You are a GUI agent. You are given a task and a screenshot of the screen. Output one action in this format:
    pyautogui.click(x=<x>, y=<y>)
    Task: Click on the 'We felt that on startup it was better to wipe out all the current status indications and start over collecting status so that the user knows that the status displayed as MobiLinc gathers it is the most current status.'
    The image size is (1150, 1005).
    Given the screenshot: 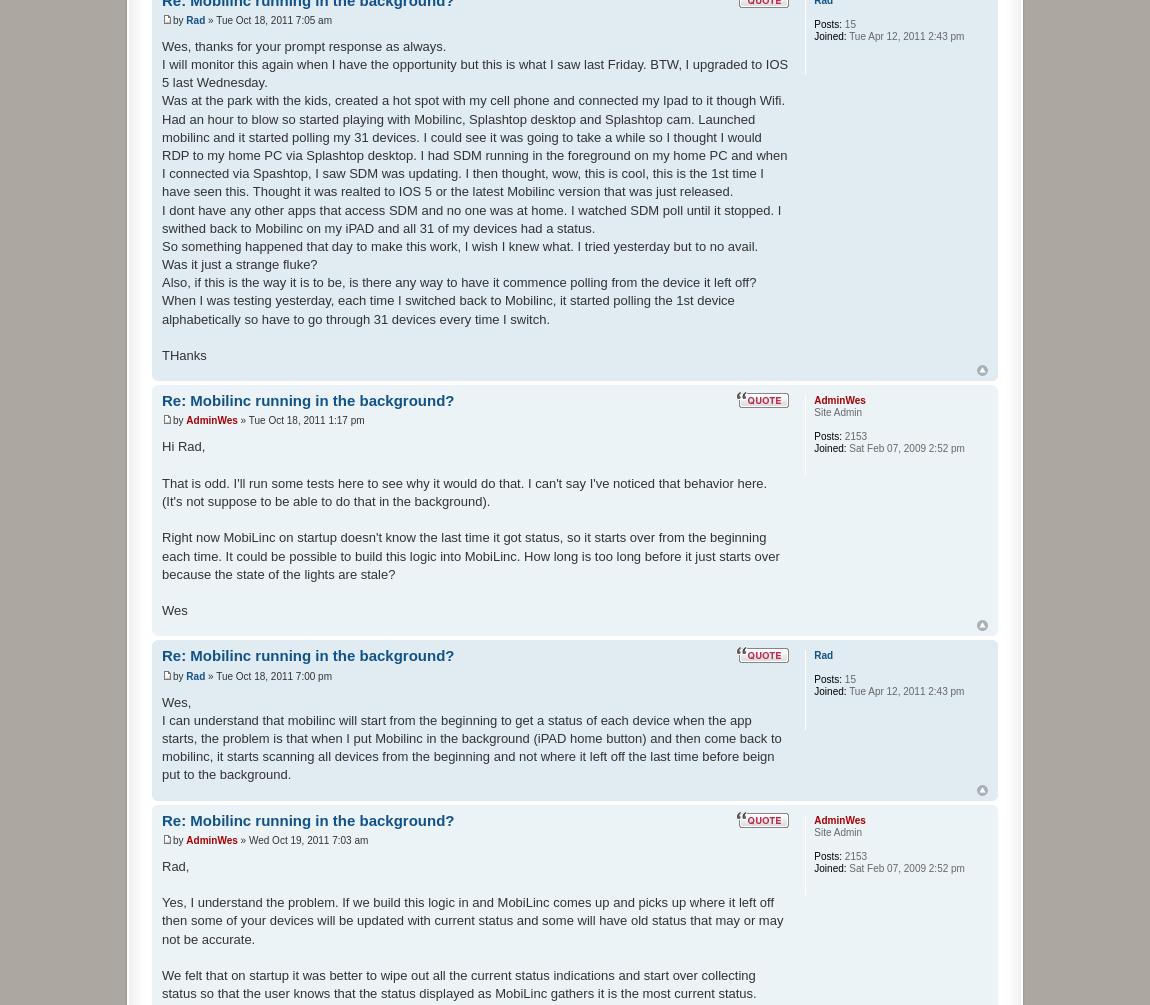 What is the action you would take?
    pyautogui.click(x=458, y=982)
    